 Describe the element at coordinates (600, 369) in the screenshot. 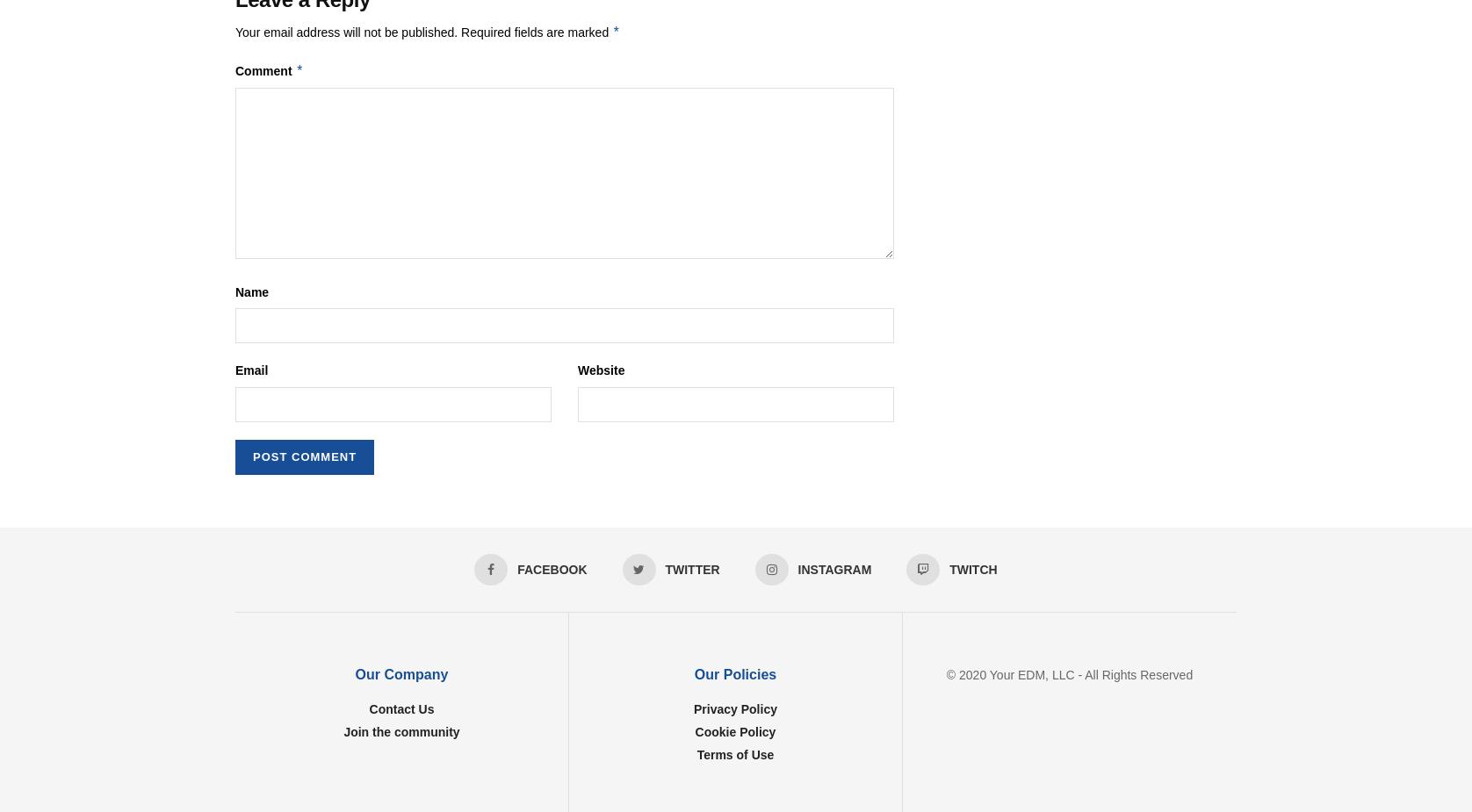

I see `'Website'` at that location.